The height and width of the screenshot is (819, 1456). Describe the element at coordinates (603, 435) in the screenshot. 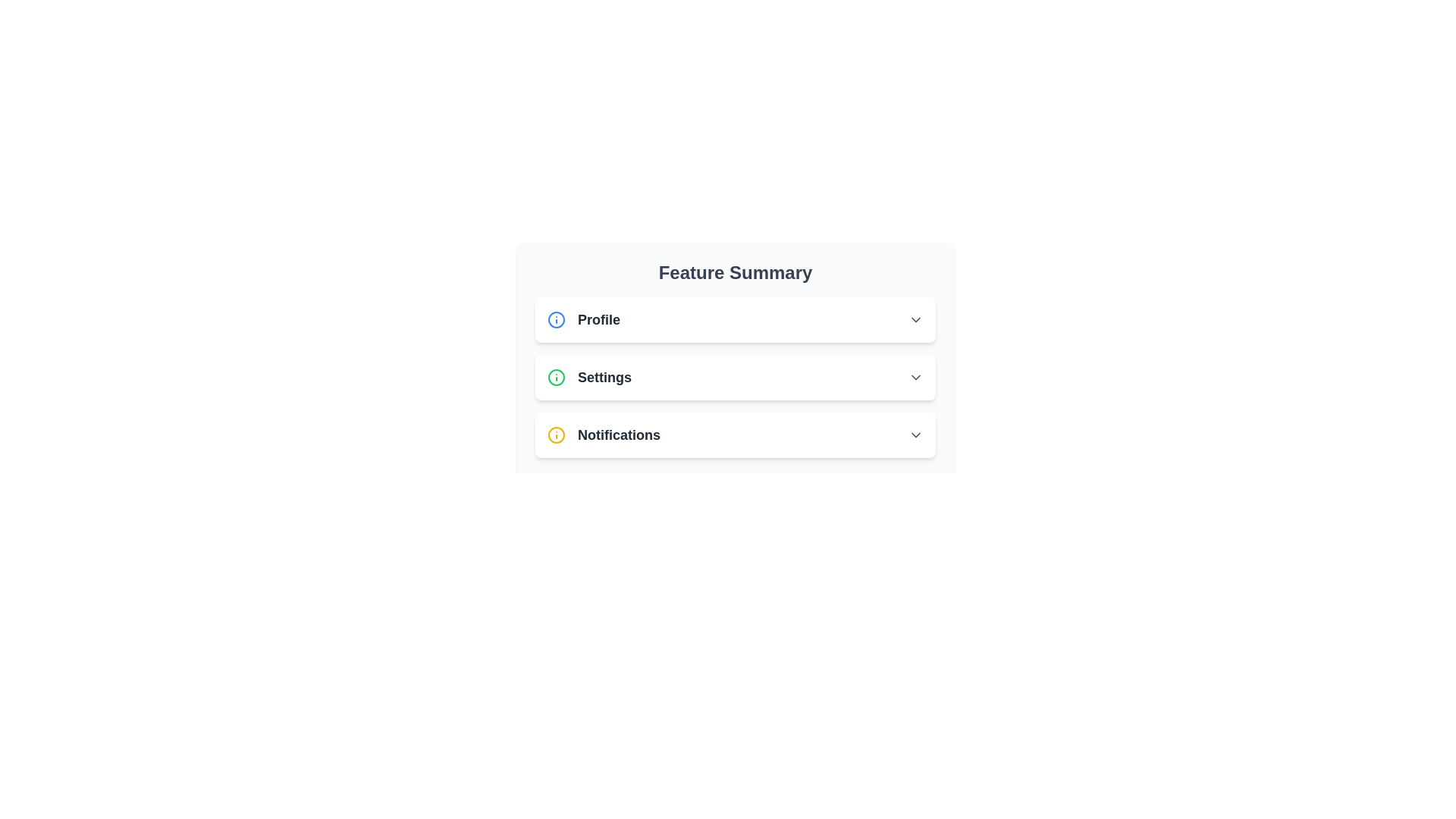

I see `the third labeled option entry related to notification settings located under the 'Feature Summary' section` at that location.